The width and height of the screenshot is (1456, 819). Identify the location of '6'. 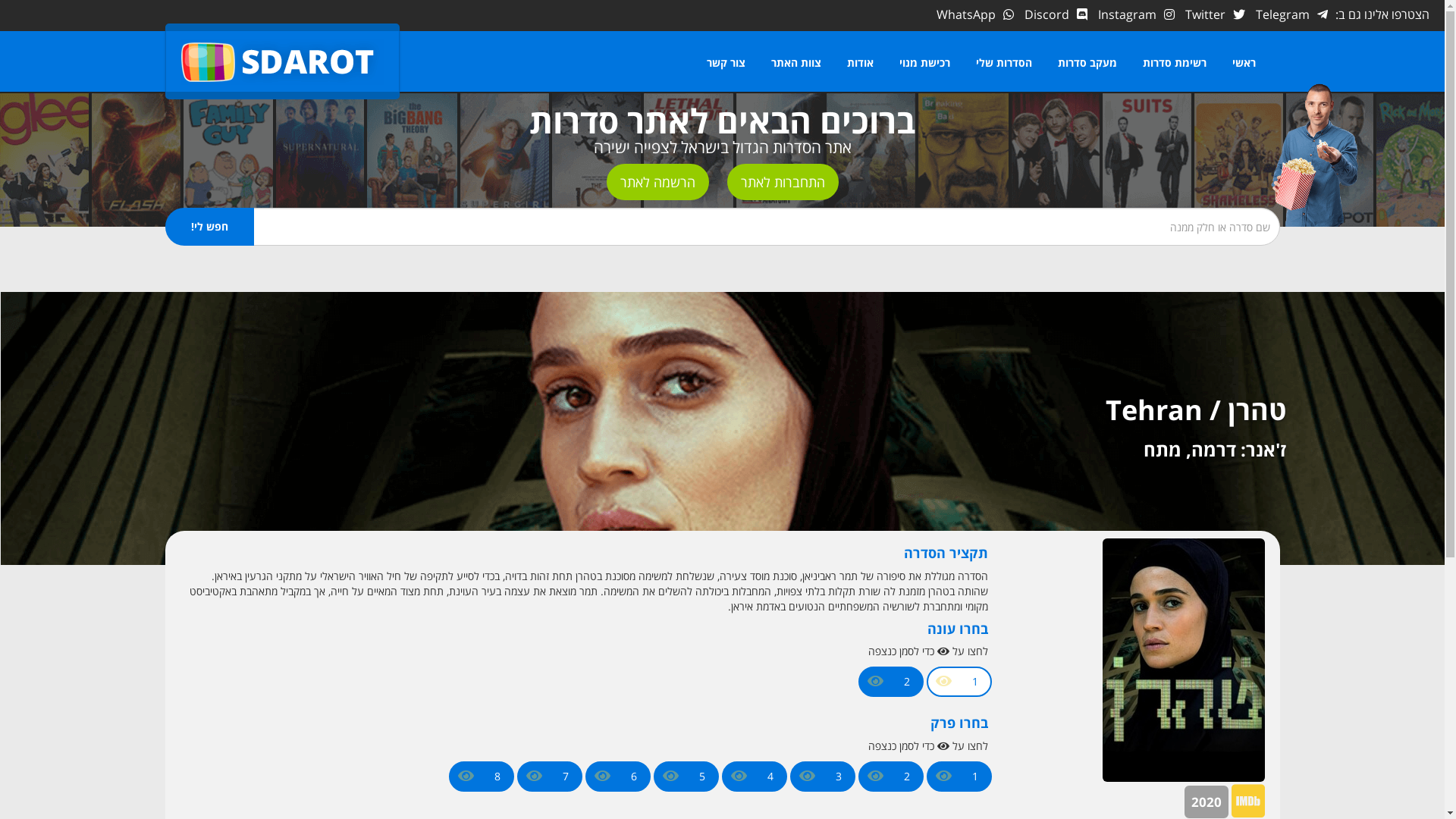
(633, 776).